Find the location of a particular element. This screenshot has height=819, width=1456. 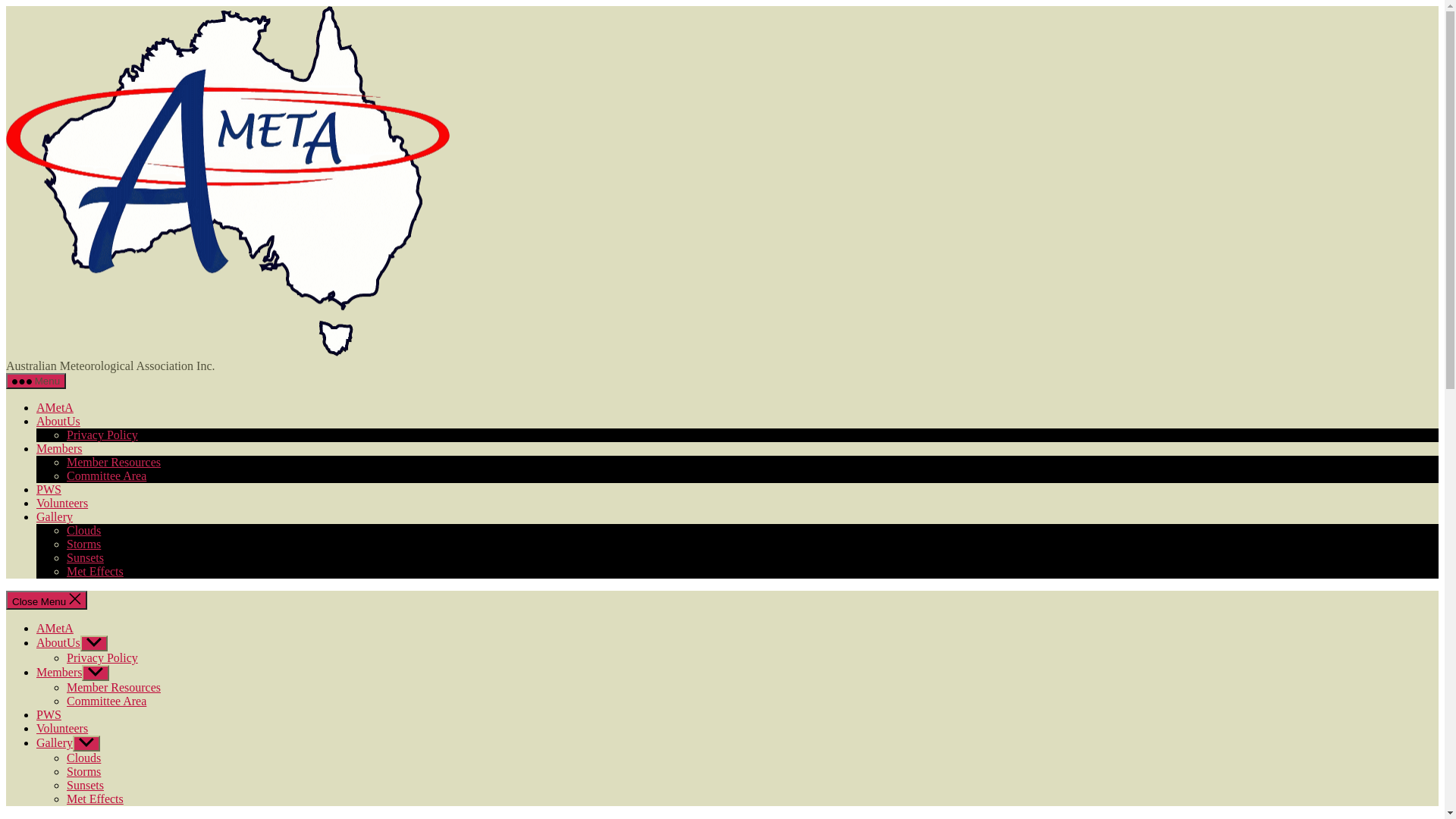

'Menu' is located at coordinates (36, 380).